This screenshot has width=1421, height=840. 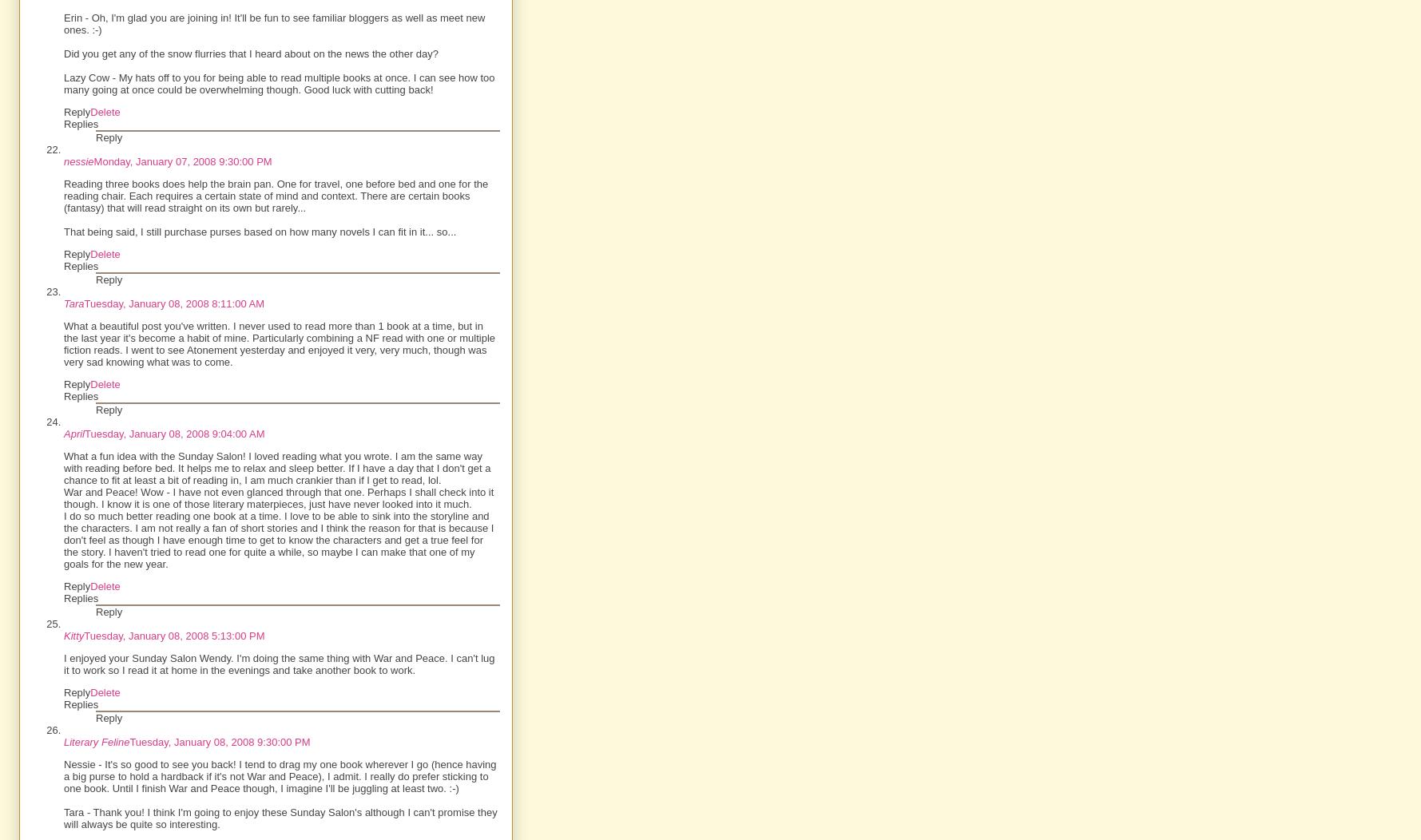 What do you see at coordinates (63, 664) in the screenshot?
I see `'I enjoyed your Sunday Salon Wendy. I'm doing the same thing with War and Peace.  I can't lug it to work so I read it at home in the evenings and take another book to work.'` at bounding box center [63, 664].